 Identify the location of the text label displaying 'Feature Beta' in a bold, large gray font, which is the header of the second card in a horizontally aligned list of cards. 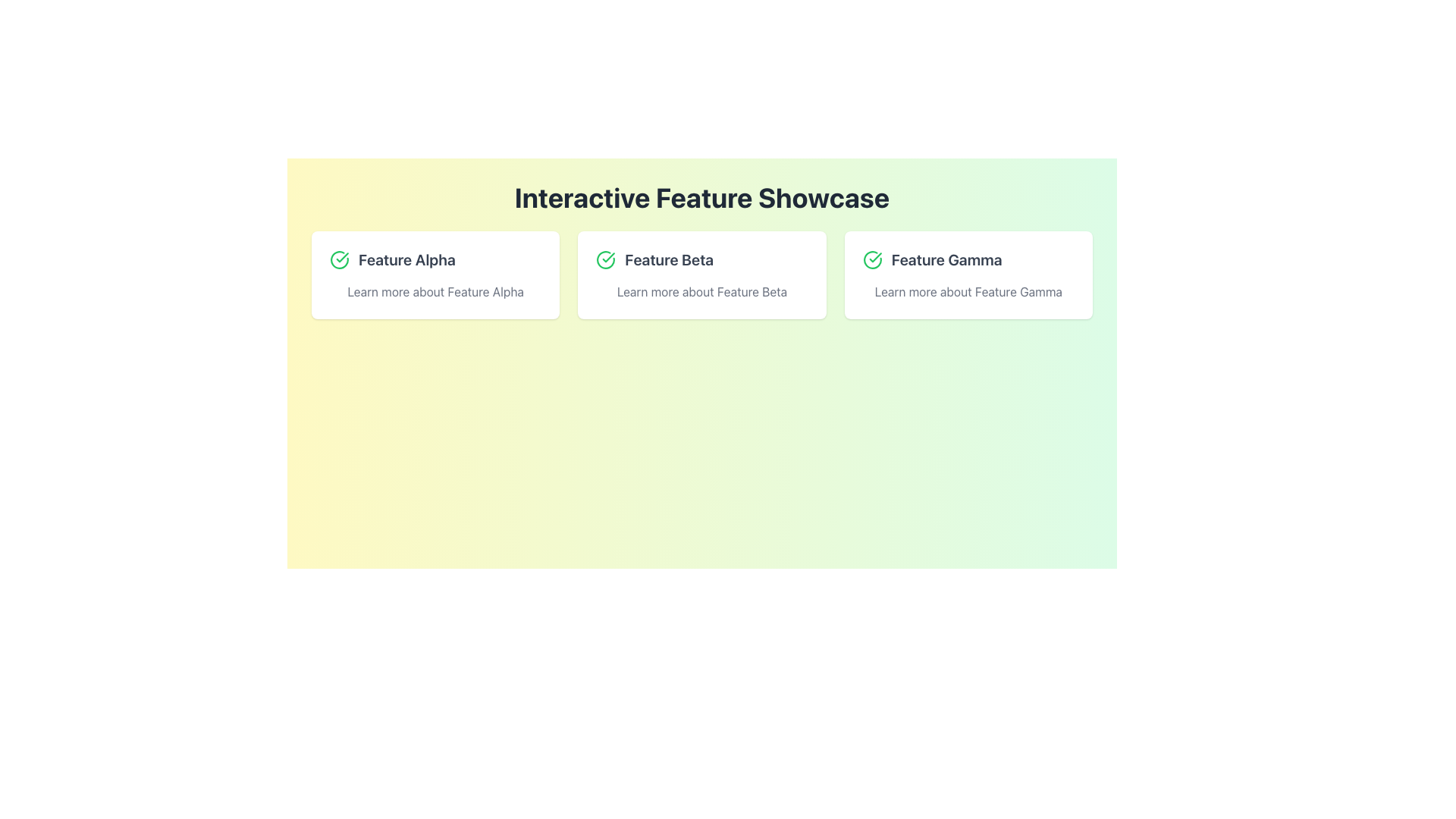
(668, 259).